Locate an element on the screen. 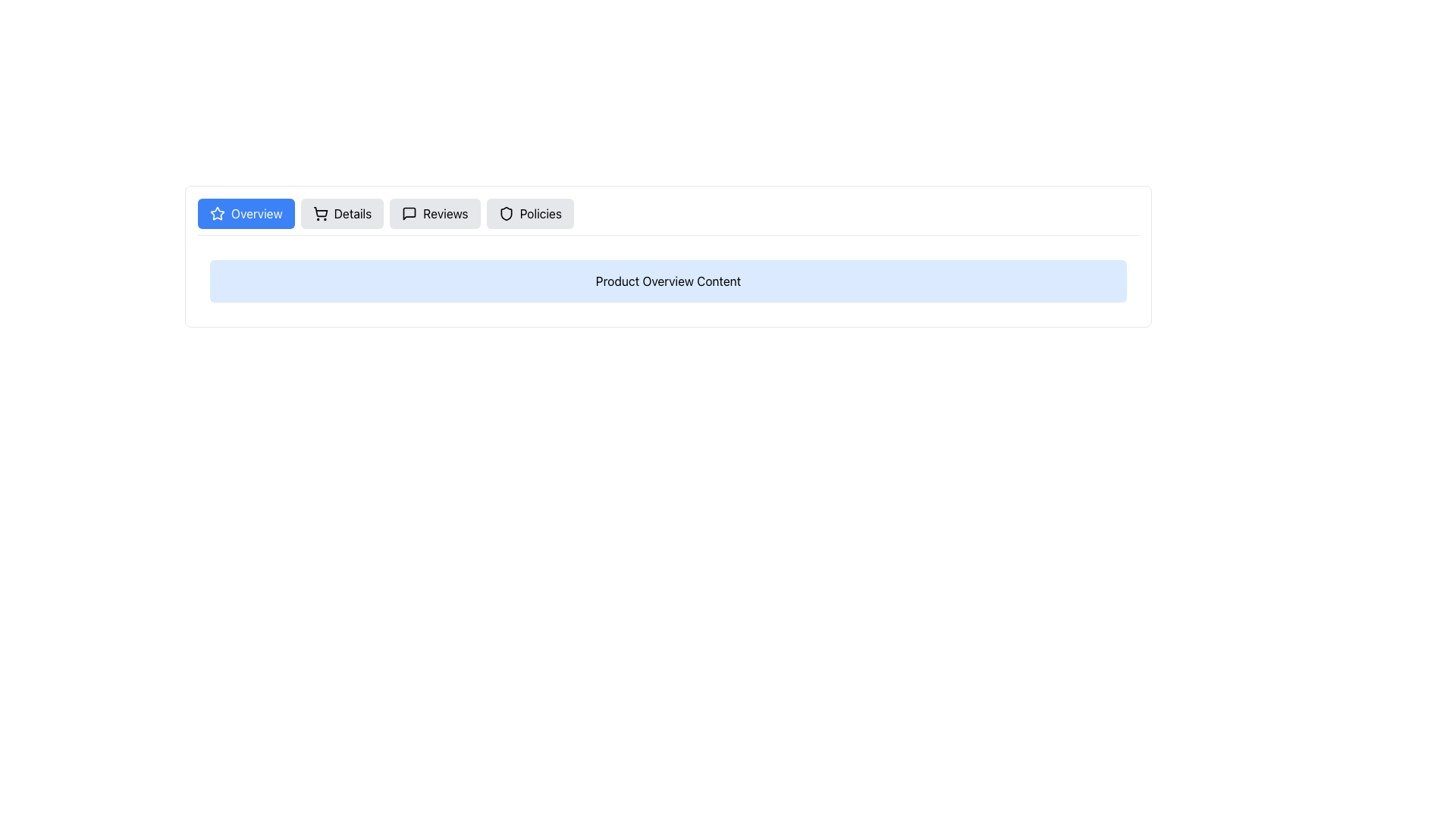 This screenshot has height=819, width=1456. the 'Overview' button located in the top left corner of the navigation bar is located at coordinates (246, 213).